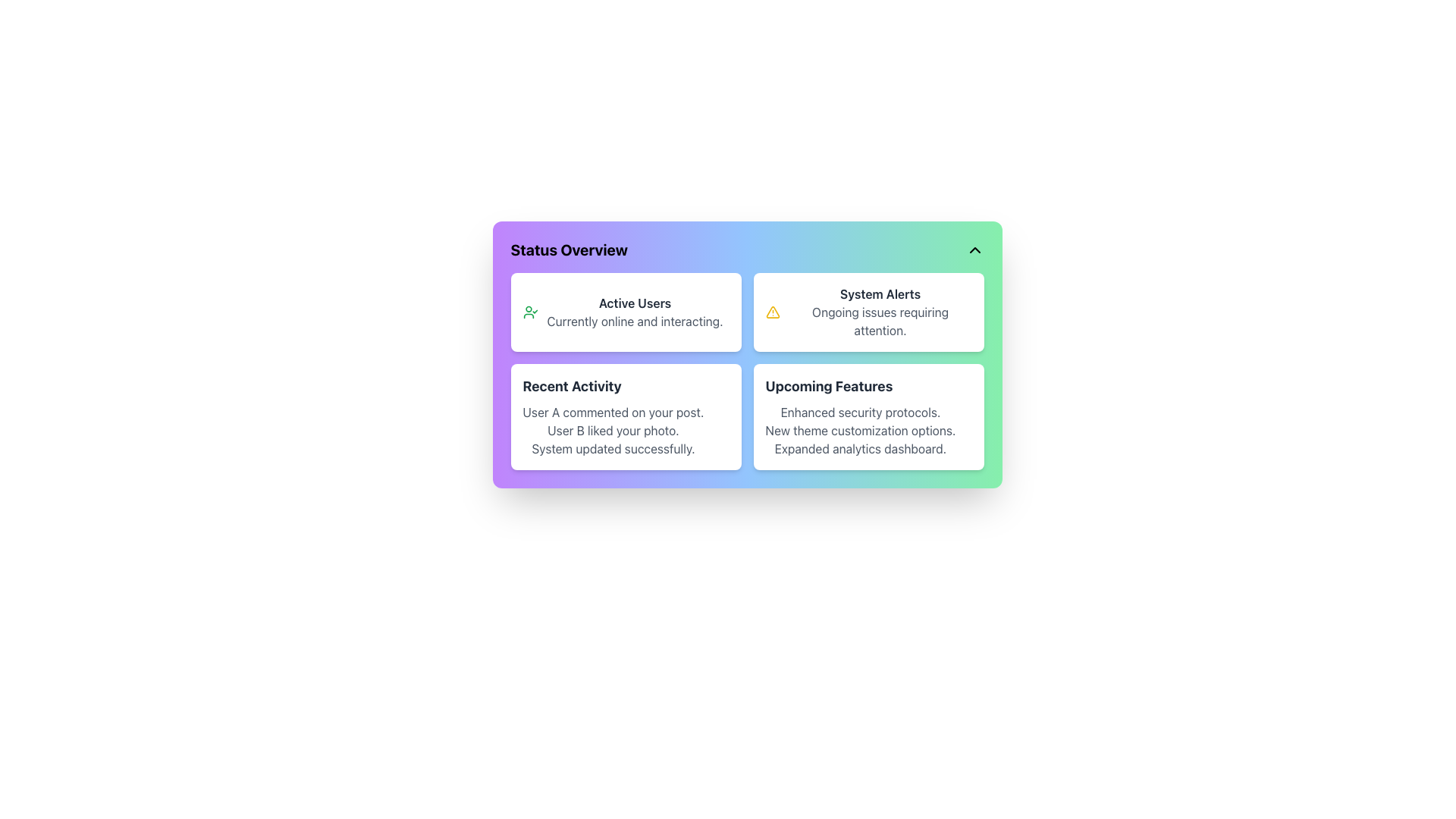 The width and height of the screenshot is (1456, 819). Describe the element at coordinates (613, 412) in the screenshot. I see `the static text notification reading 'User A commented on your post.' located in the 'Recent Activity' section of the dashboard interface` at that location.